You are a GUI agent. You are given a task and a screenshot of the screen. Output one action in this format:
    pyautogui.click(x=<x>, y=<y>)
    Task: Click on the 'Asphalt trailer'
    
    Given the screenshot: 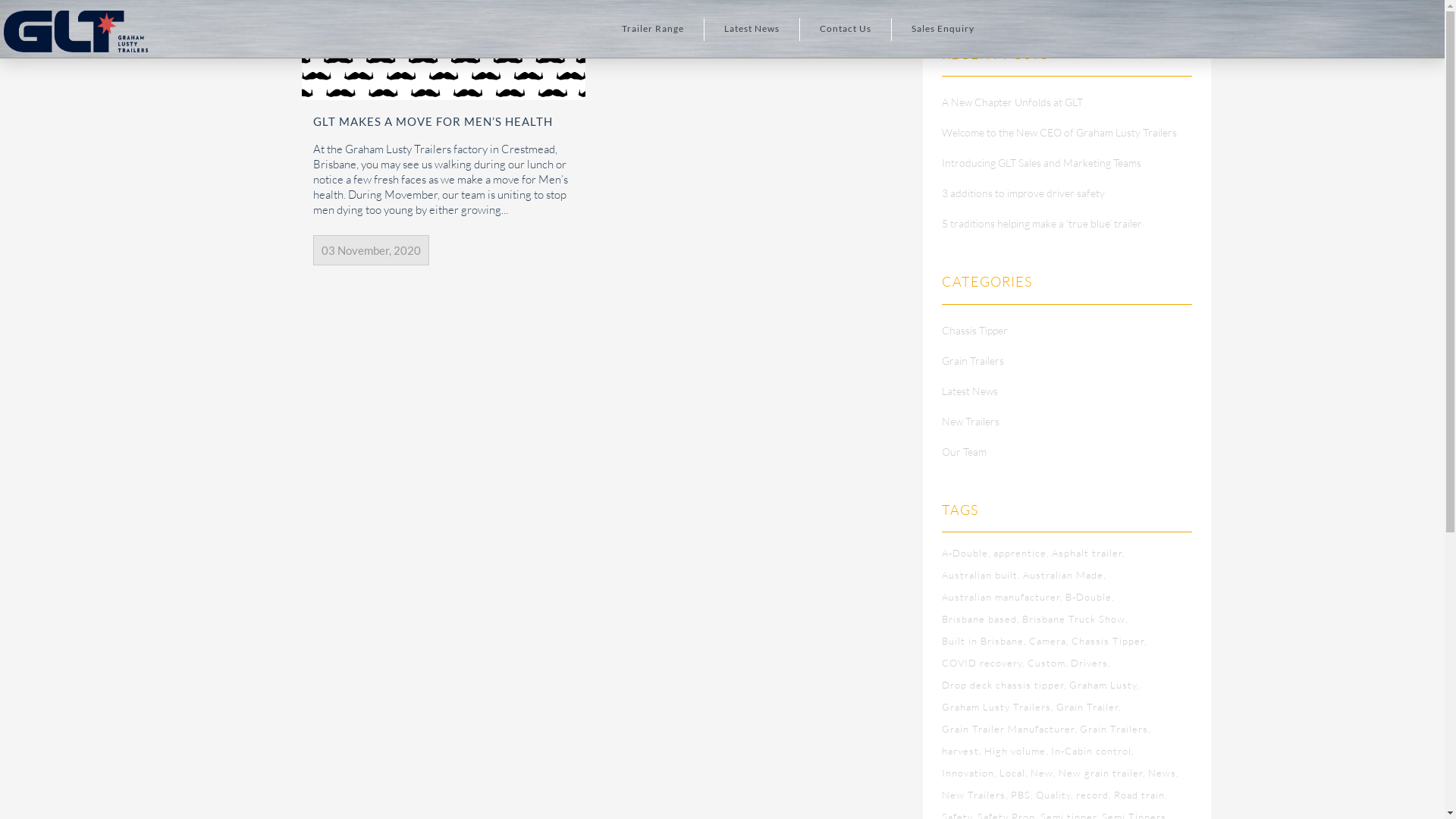 What is the action you would take?
    pyautogui.click(x=1087, y=553)
    